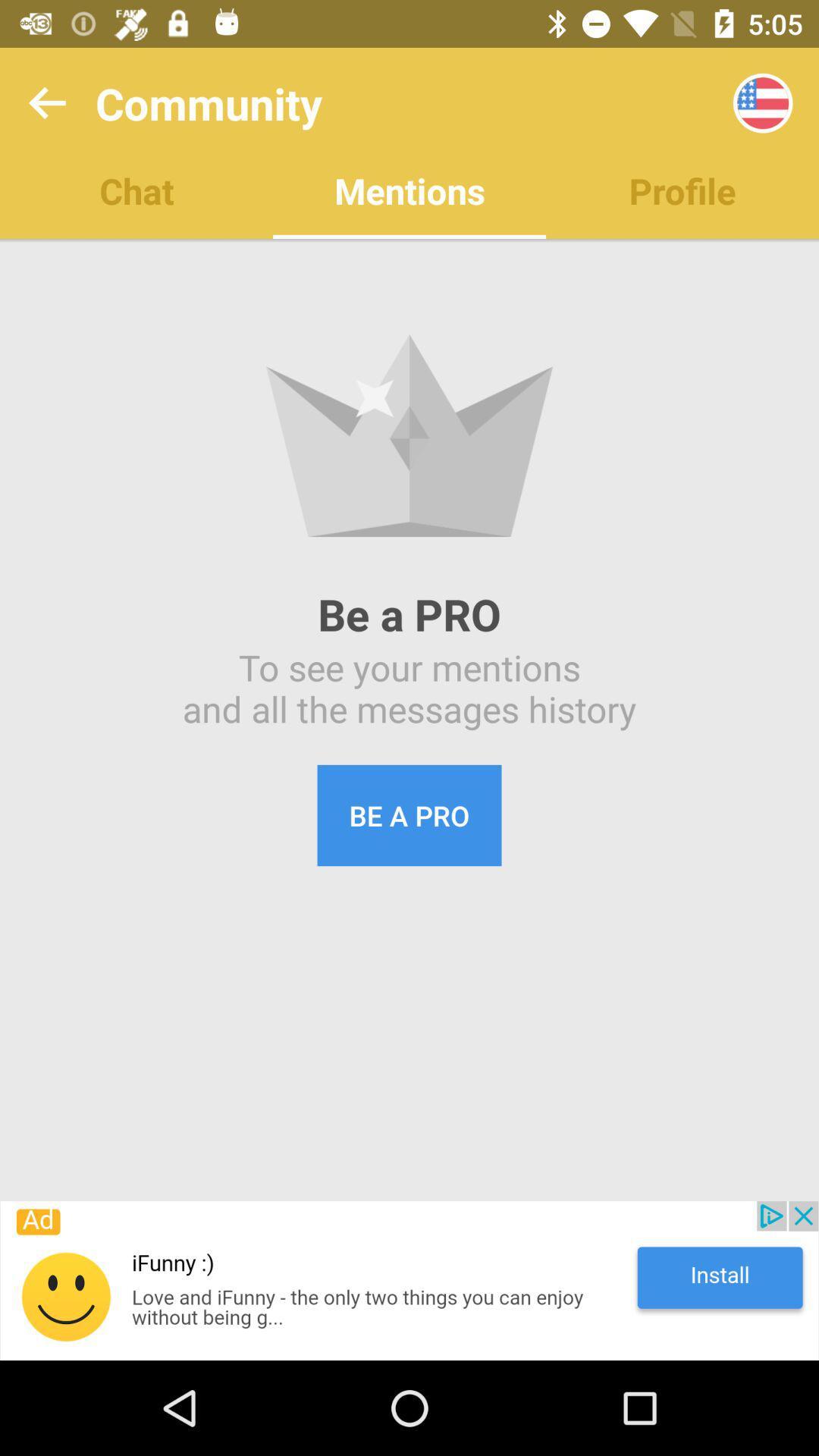 The height and width of the screenshot is (1456, 819). I want to click on install app, so click(409, 1280).